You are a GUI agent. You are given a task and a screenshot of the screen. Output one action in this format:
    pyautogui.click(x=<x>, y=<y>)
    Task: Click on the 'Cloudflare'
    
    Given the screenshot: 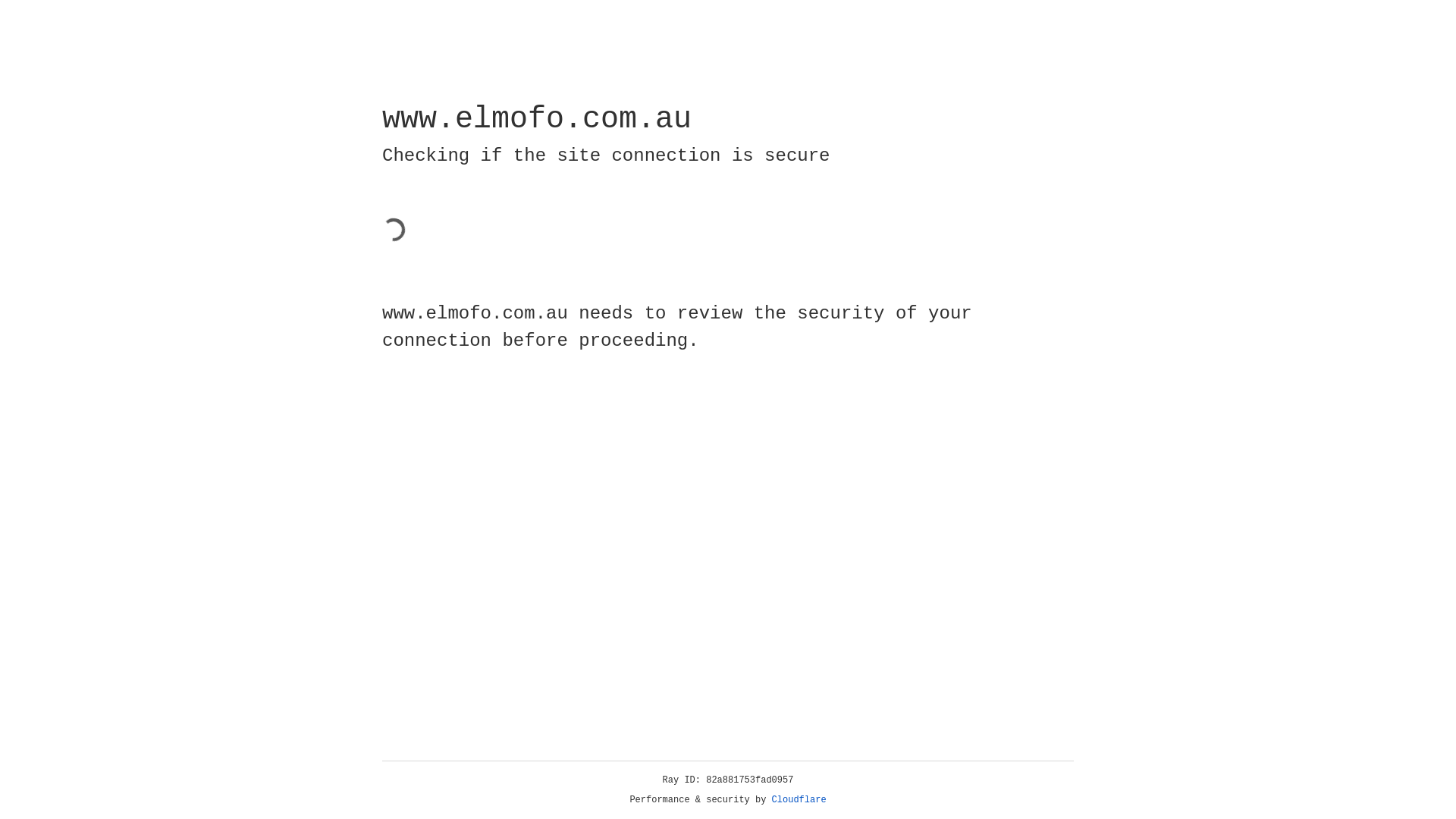 What is the action you would take?
    pyautogui.click(x=799, y=799)
    